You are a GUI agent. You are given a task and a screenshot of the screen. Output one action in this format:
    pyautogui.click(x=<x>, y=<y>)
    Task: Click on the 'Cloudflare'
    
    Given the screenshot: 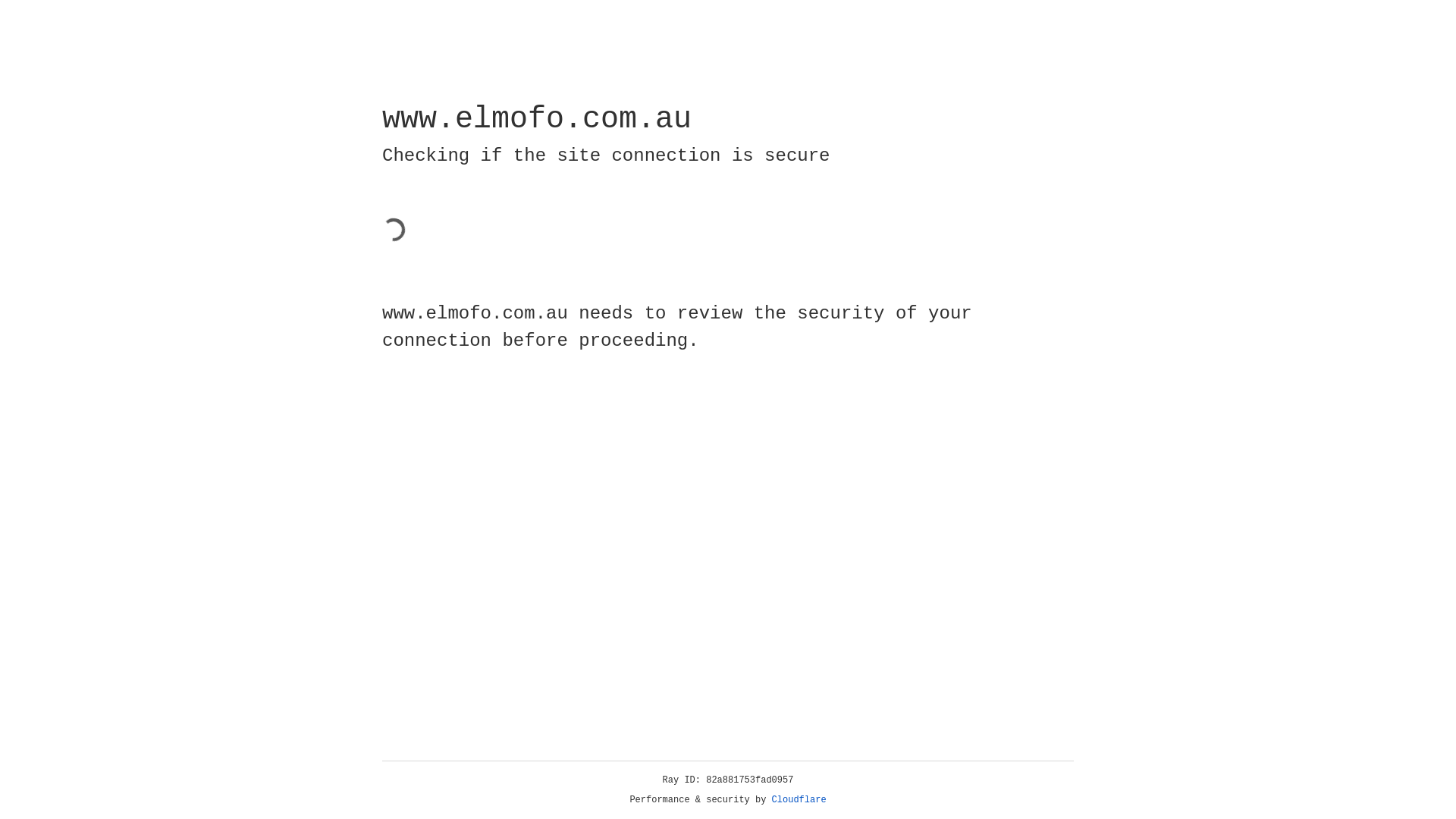 What is the action you would take?
    pyautogui.click(x=799, y=799)
    